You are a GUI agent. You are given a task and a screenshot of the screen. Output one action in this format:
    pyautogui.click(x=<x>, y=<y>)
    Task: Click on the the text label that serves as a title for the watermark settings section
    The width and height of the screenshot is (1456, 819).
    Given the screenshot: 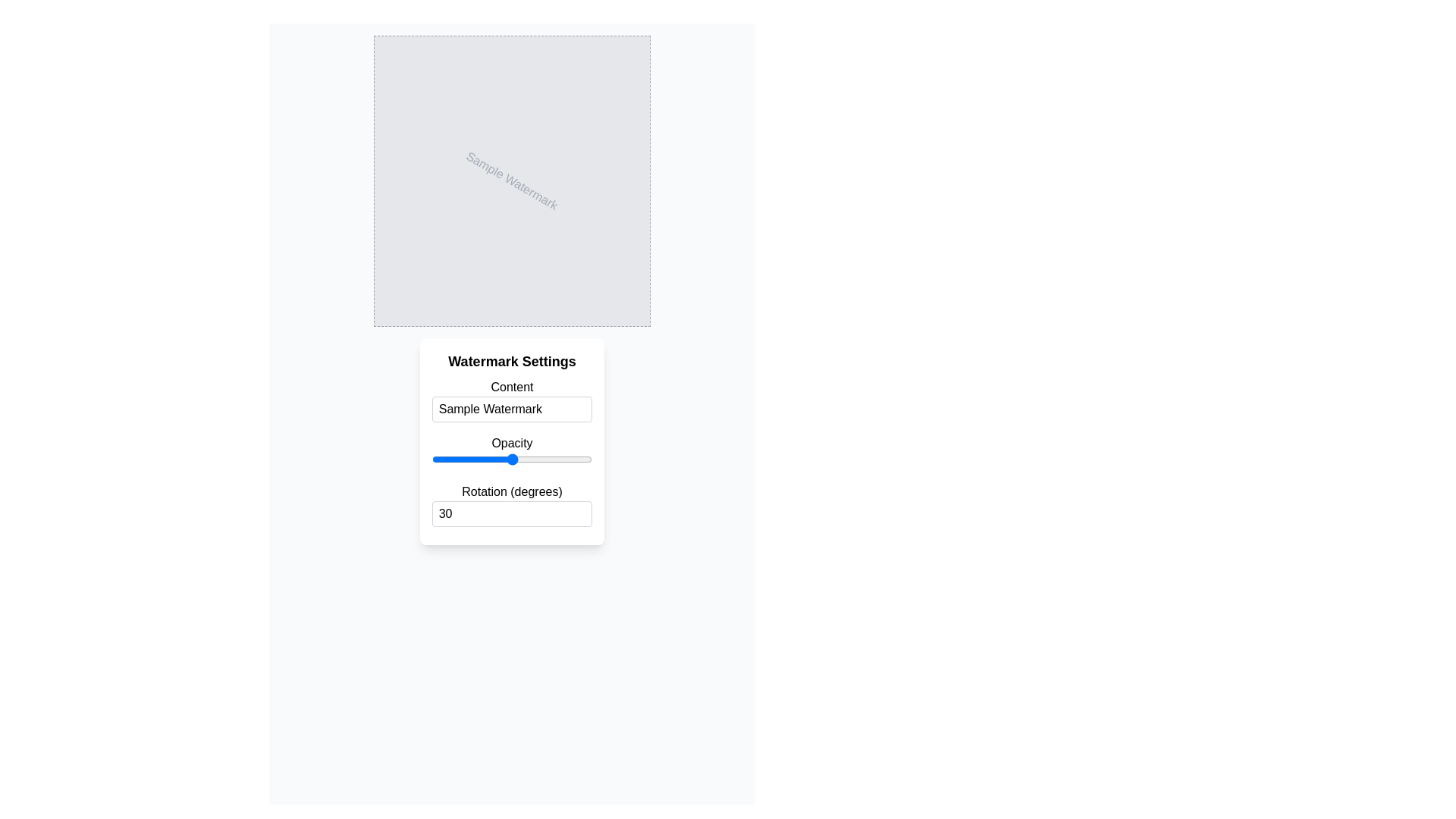 What is the action you would take?
    pyautogui.click(x=512, y=362)
    